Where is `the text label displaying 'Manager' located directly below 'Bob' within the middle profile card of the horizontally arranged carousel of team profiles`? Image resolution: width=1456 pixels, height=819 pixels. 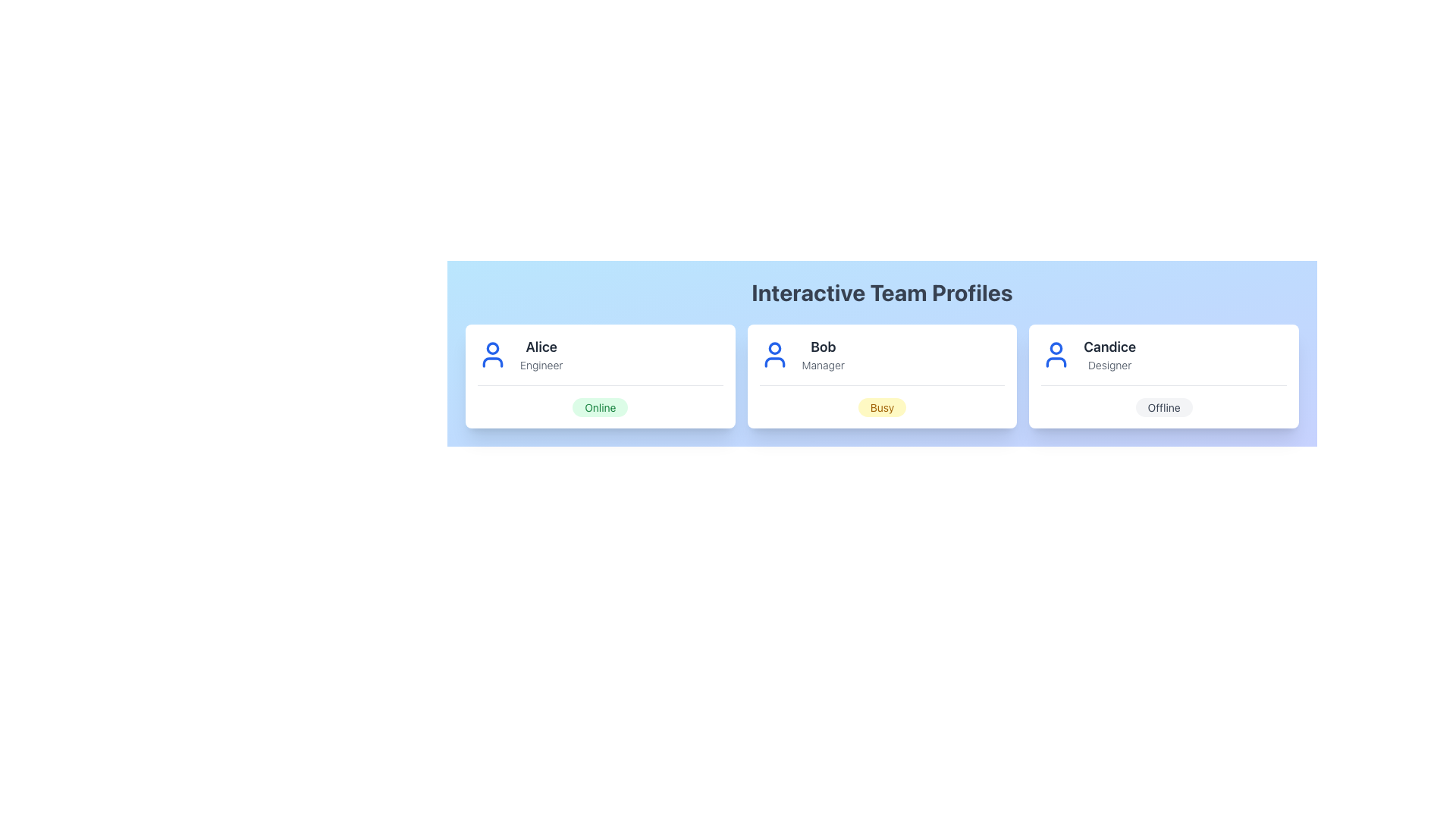 the text label displaying 'Manager' located directly below 'Bob' within the middle profile card of the horizontally arranged carousel of team profiles is located at coordinates (822, 366).